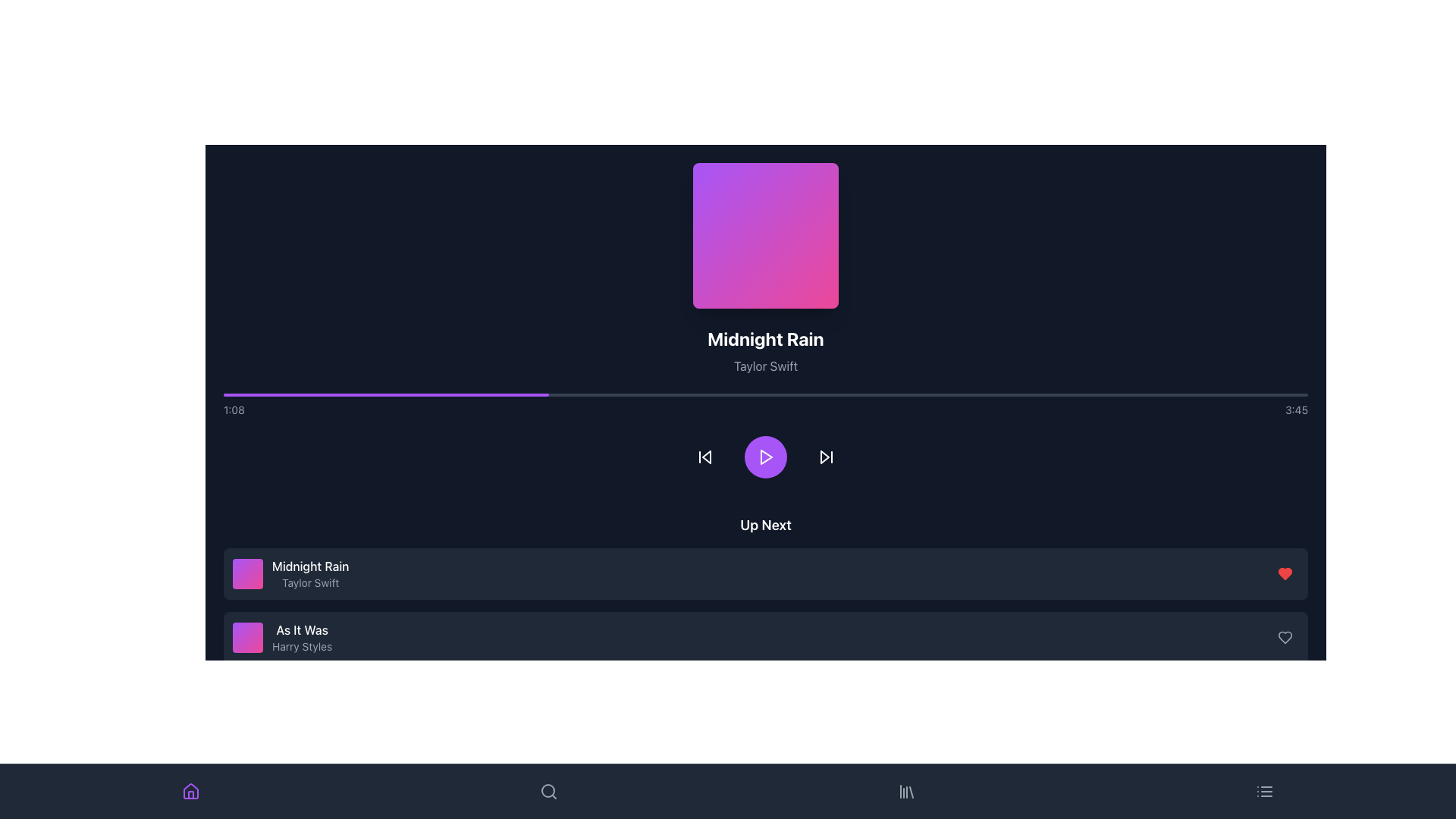 The image size is (1456, 819). What do you see at coordinates (487, 394) in the screenshot?
I see `the progress bar` at bounding box center [487, 394].